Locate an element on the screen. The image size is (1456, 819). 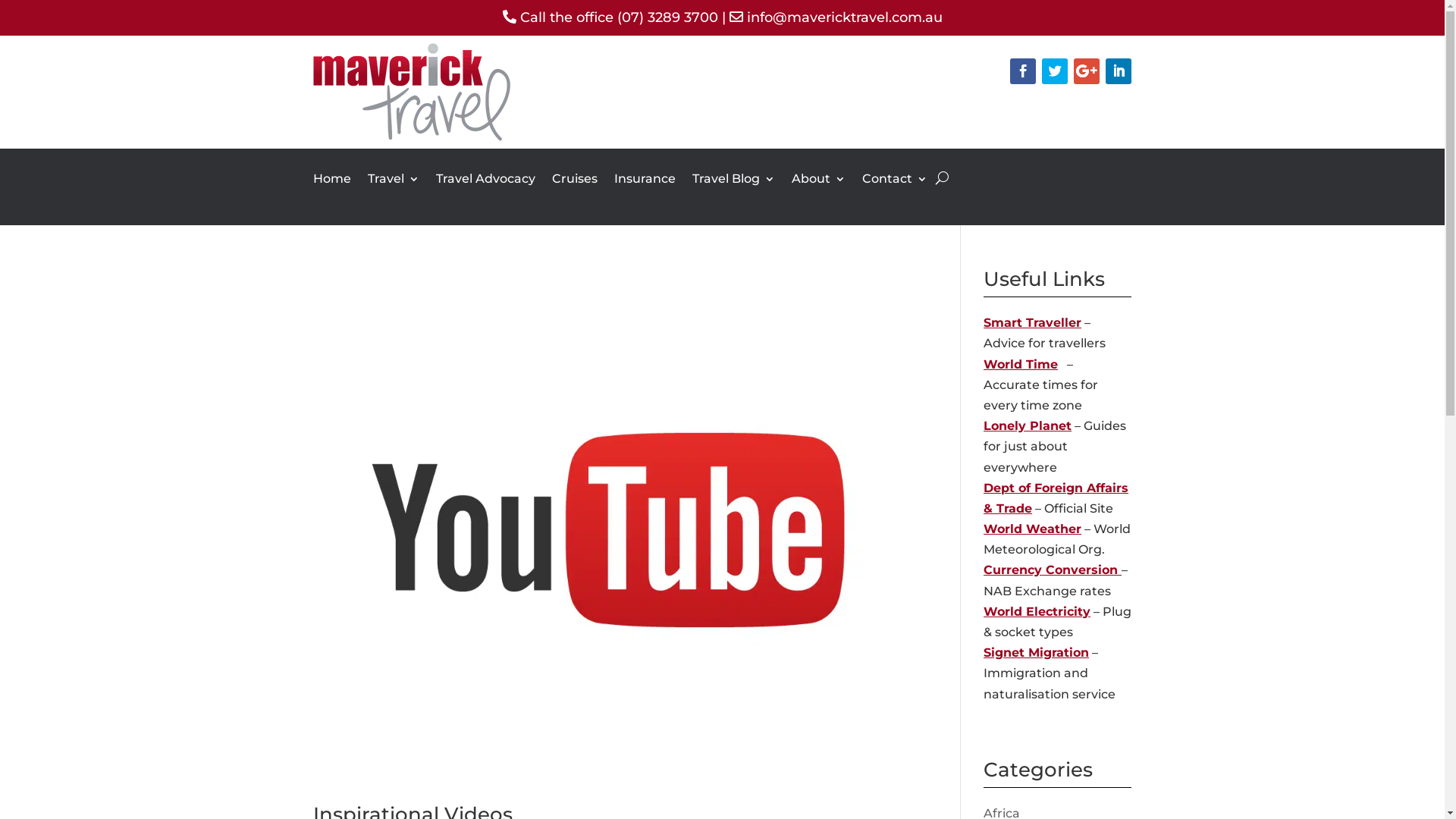
'World Weather' is located at coordinates (1031, 528).